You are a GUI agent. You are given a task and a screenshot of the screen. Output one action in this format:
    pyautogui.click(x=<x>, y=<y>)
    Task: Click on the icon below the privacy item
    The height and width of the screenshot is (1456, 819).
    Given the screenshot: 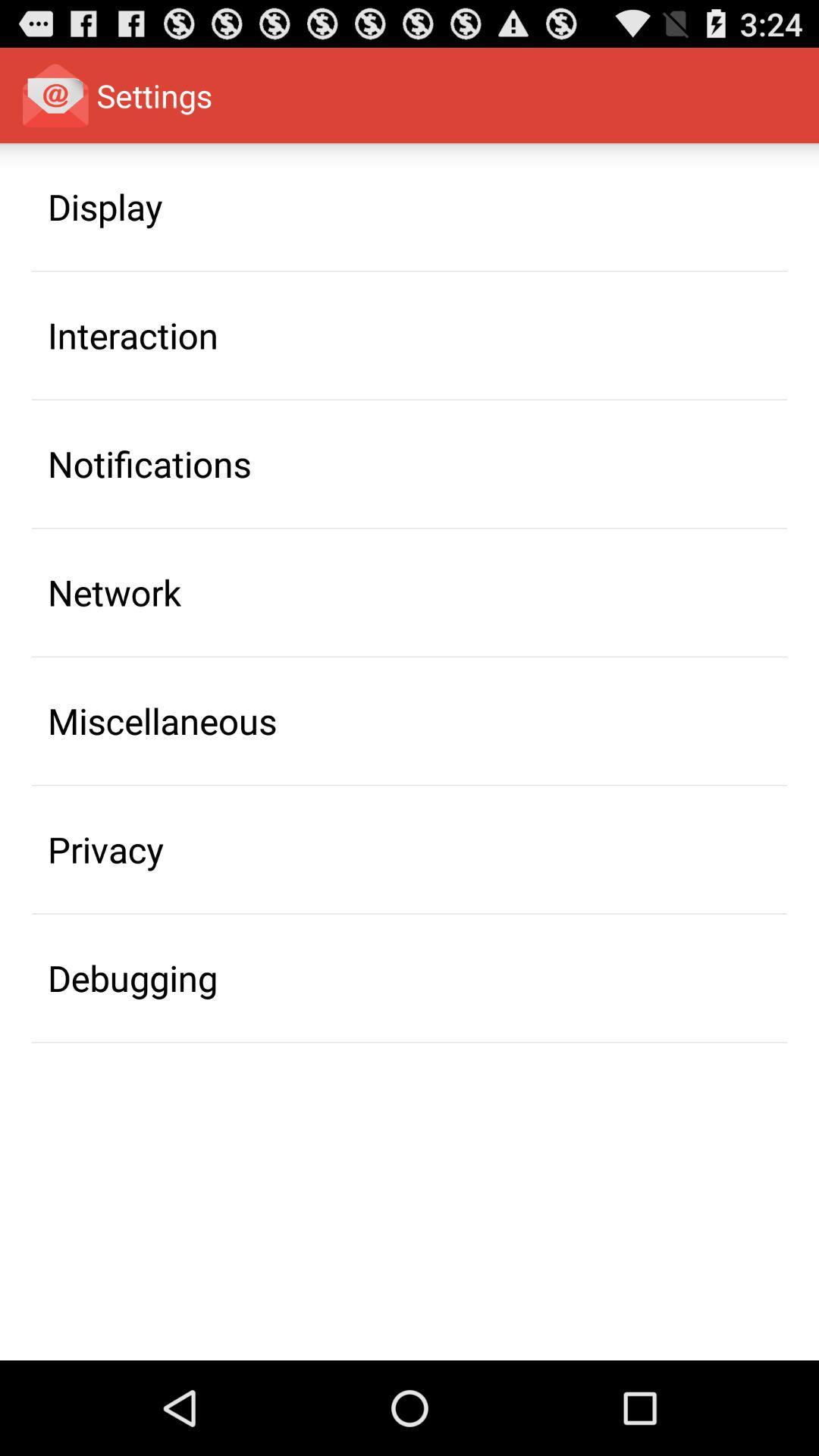 What is the action you would take?
    pyautogui.click(x=132, y=977)
    